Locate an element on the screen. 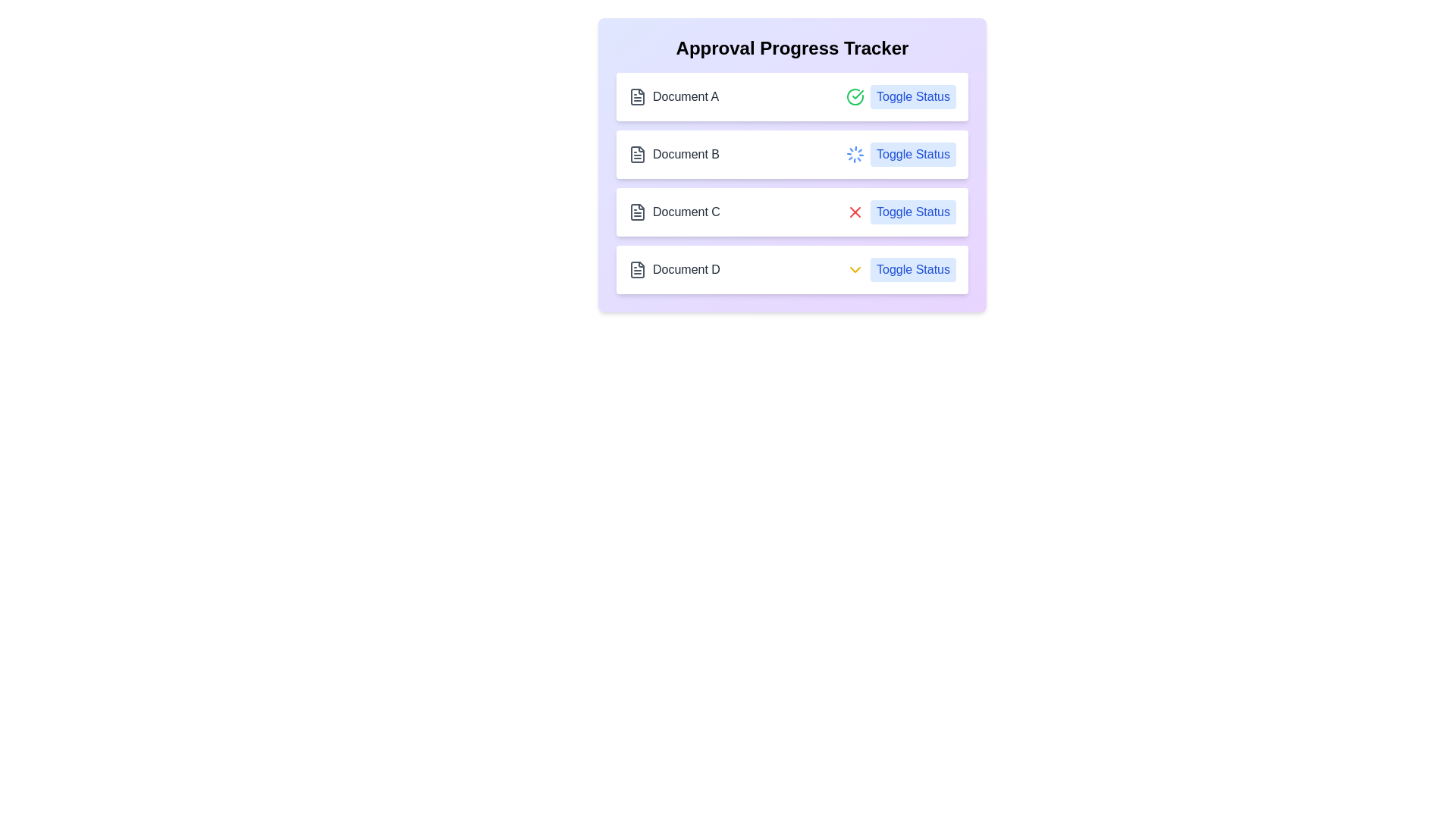  the 'Toggle Status' button with a light blue background and rounded corners located beside the green check icon in the 'Approval Progress Tracker' for 'Document A' is located at coordinates (901, 96).